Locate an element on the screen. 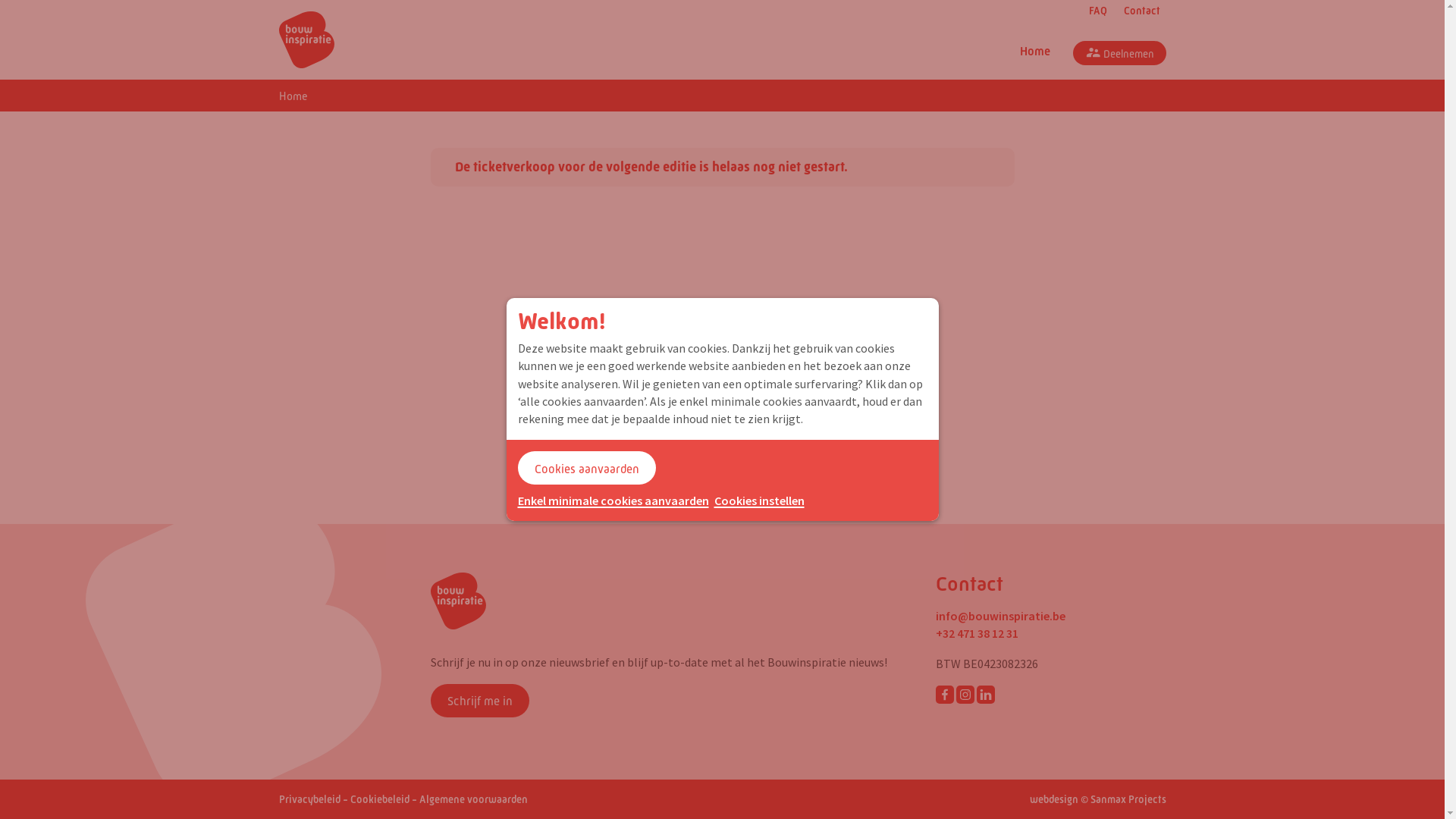 Image resolution: width=1456 pixels, height=819 pixels. 'Cookiebeleid' is located at coordinates (379, 798).